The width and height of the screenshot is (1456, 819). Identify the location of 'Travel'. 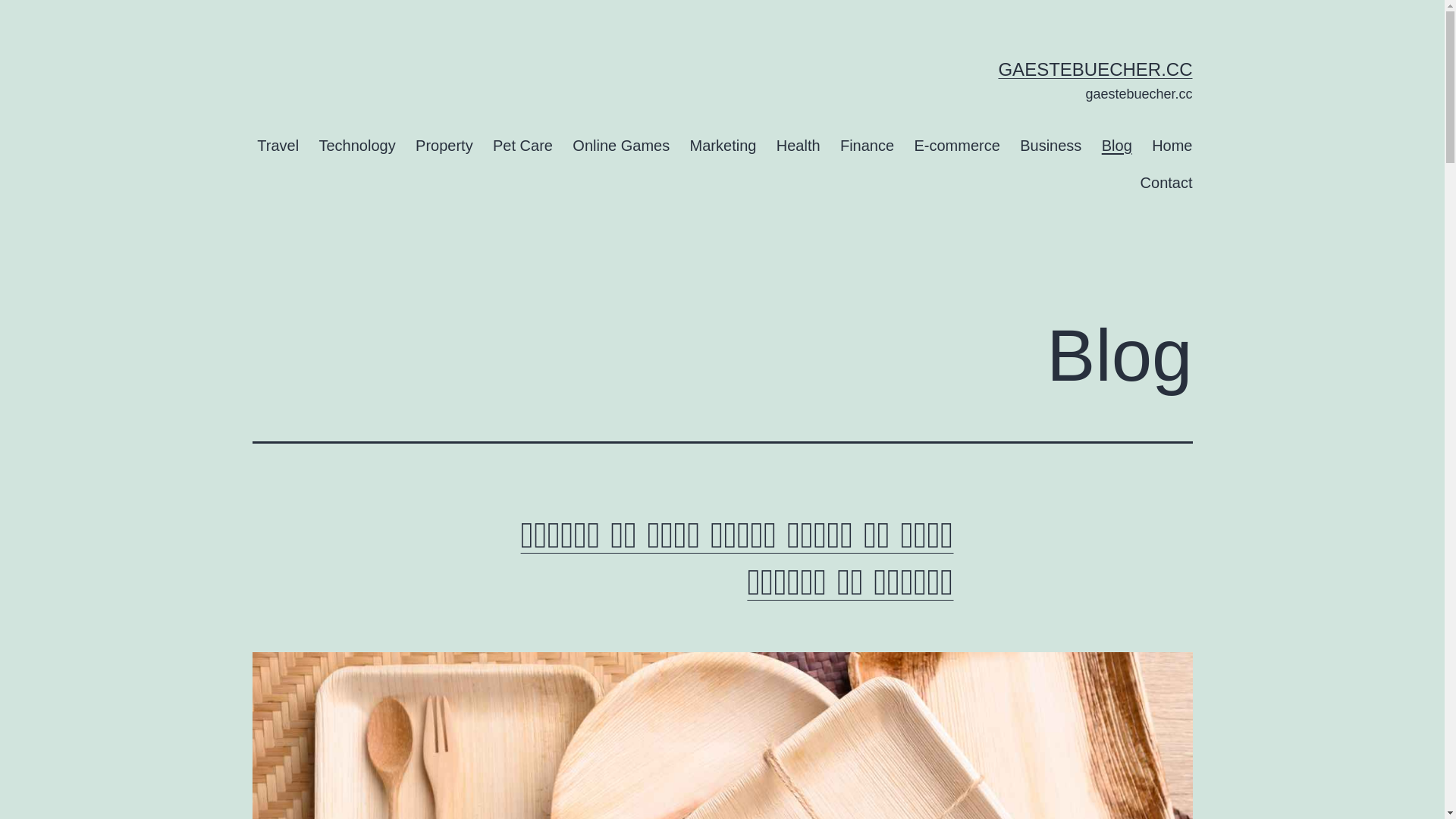
(278, 145).